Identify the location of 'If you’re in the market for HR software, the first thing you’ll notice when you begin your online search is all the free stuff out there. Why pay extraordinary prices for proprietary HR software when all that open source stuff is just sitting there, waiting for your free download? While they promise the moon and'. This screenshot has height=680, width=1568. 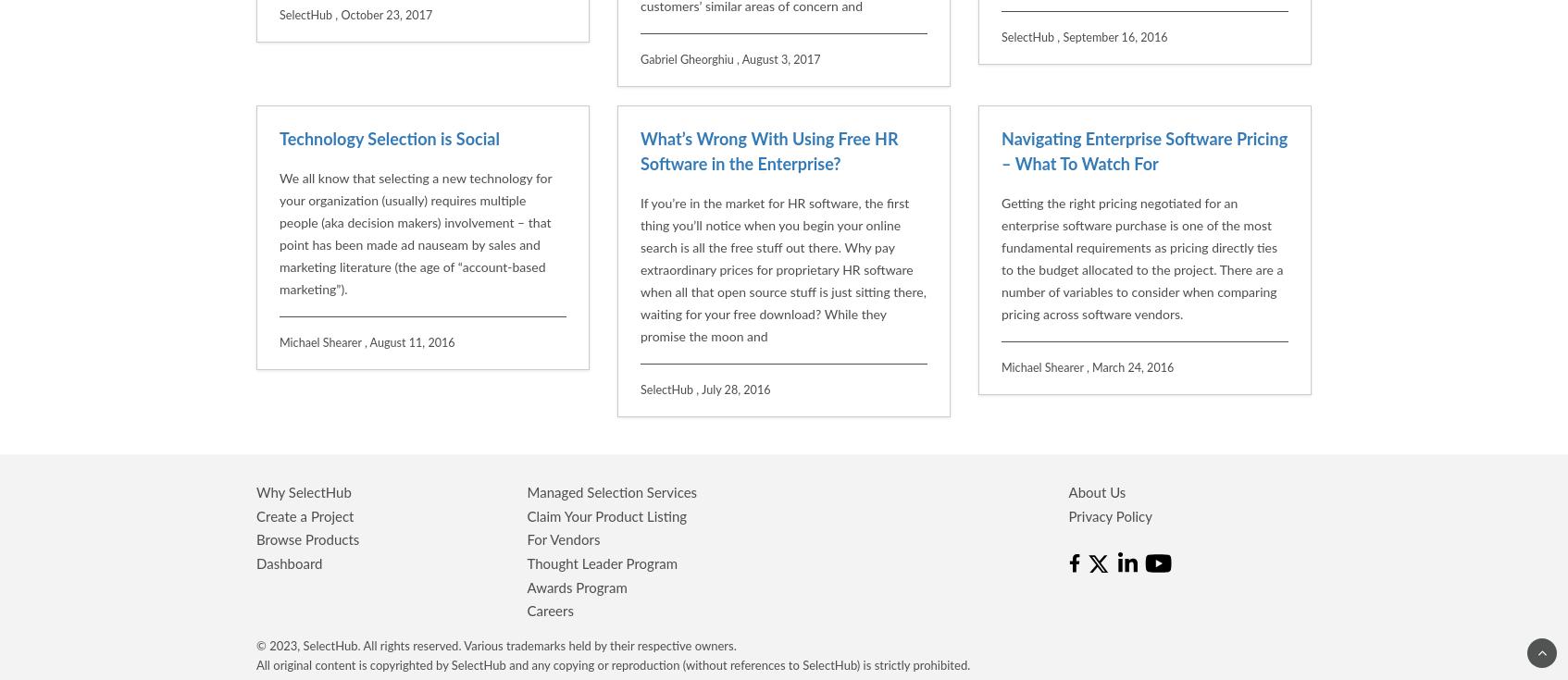
(782, 80).